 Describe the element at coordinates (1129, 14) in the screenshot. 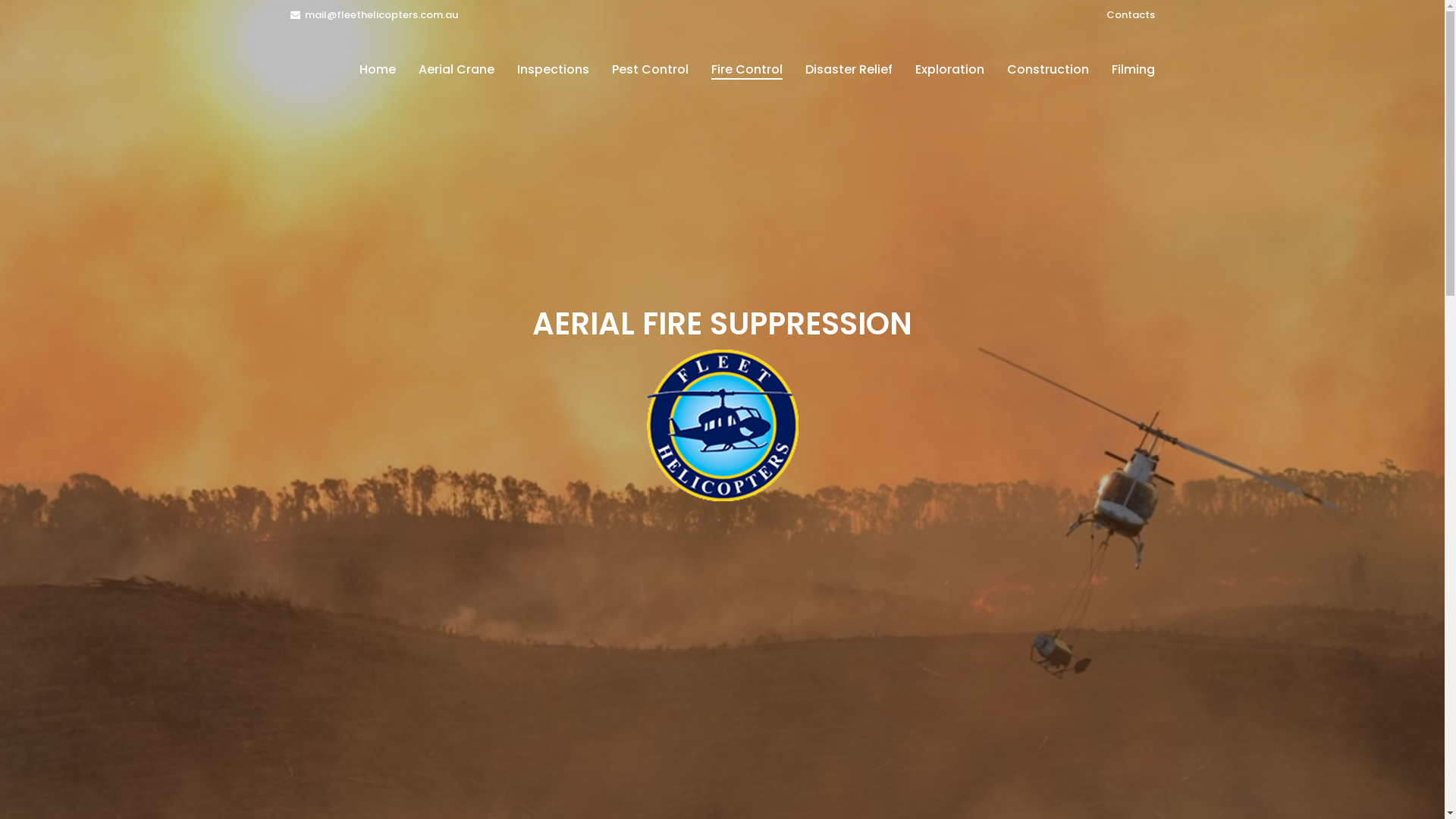

I see `'Contacts'` at that location.